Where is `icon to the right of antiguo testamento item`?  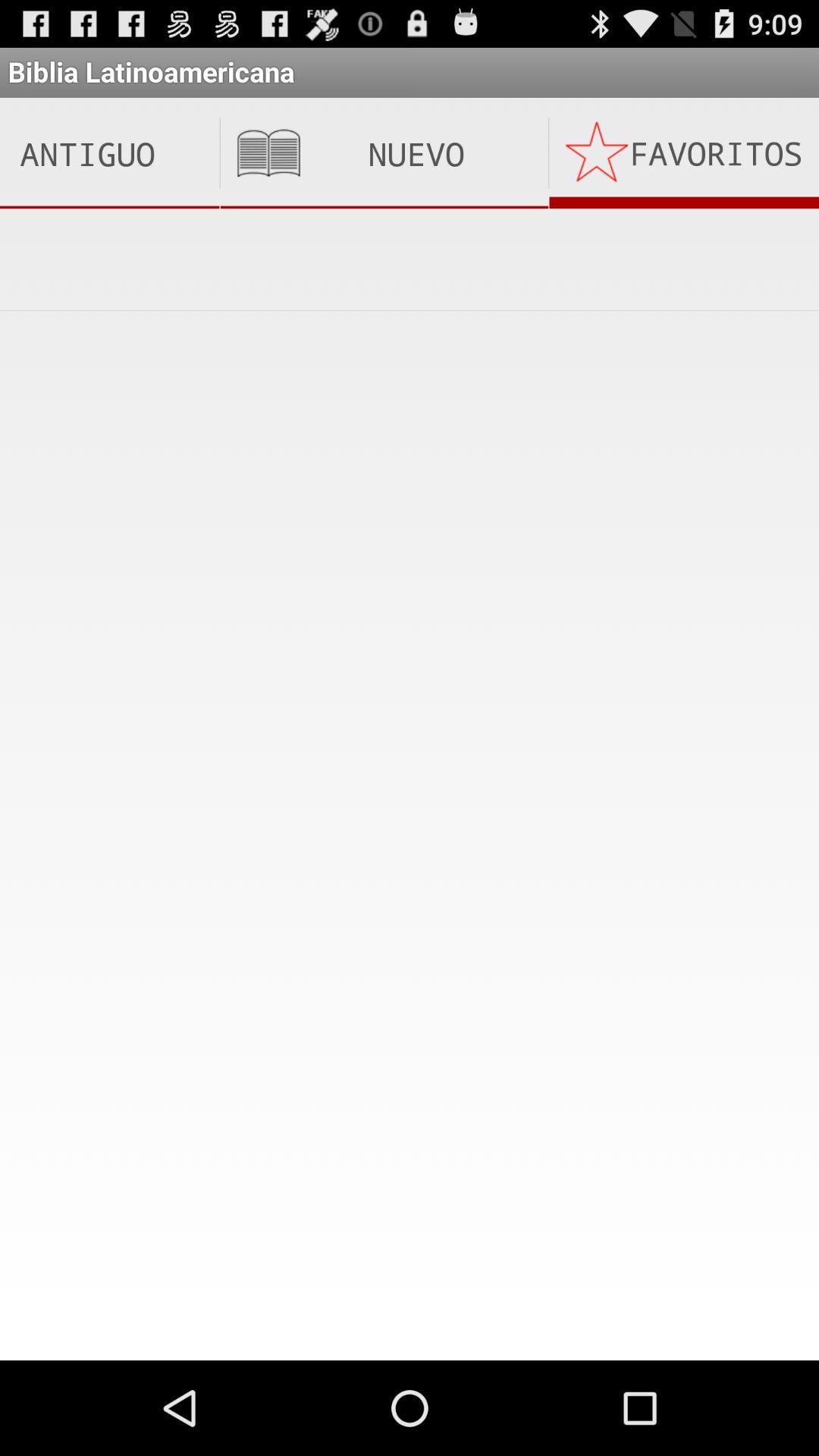 icon to the right of antiguo testamento item is located at coordinates (383, 153).